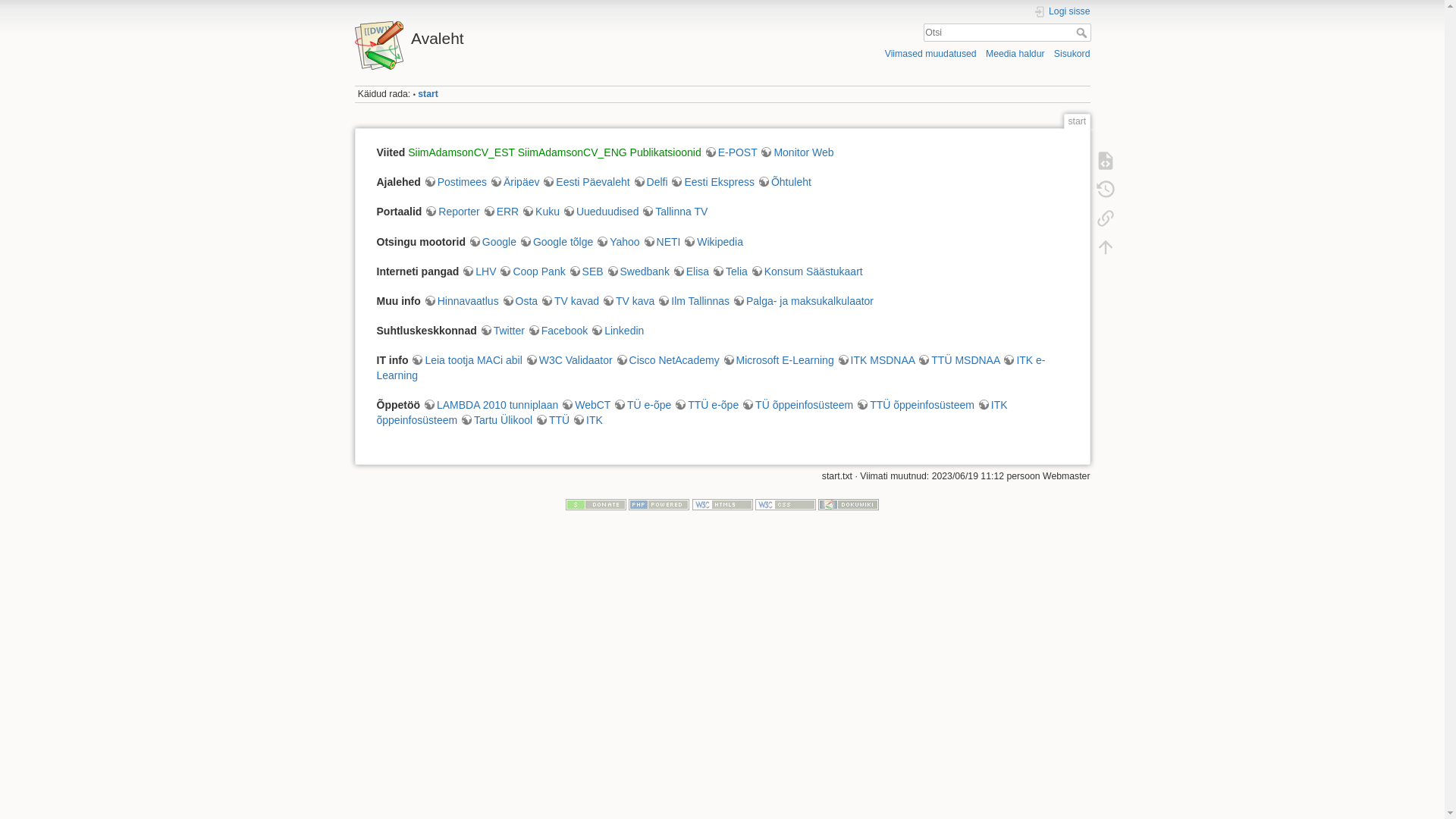  What do you see at coordinates (460, 301) in the screenshot?
I see `'Hinnavaatlus'` at bounding box center [460, 301].